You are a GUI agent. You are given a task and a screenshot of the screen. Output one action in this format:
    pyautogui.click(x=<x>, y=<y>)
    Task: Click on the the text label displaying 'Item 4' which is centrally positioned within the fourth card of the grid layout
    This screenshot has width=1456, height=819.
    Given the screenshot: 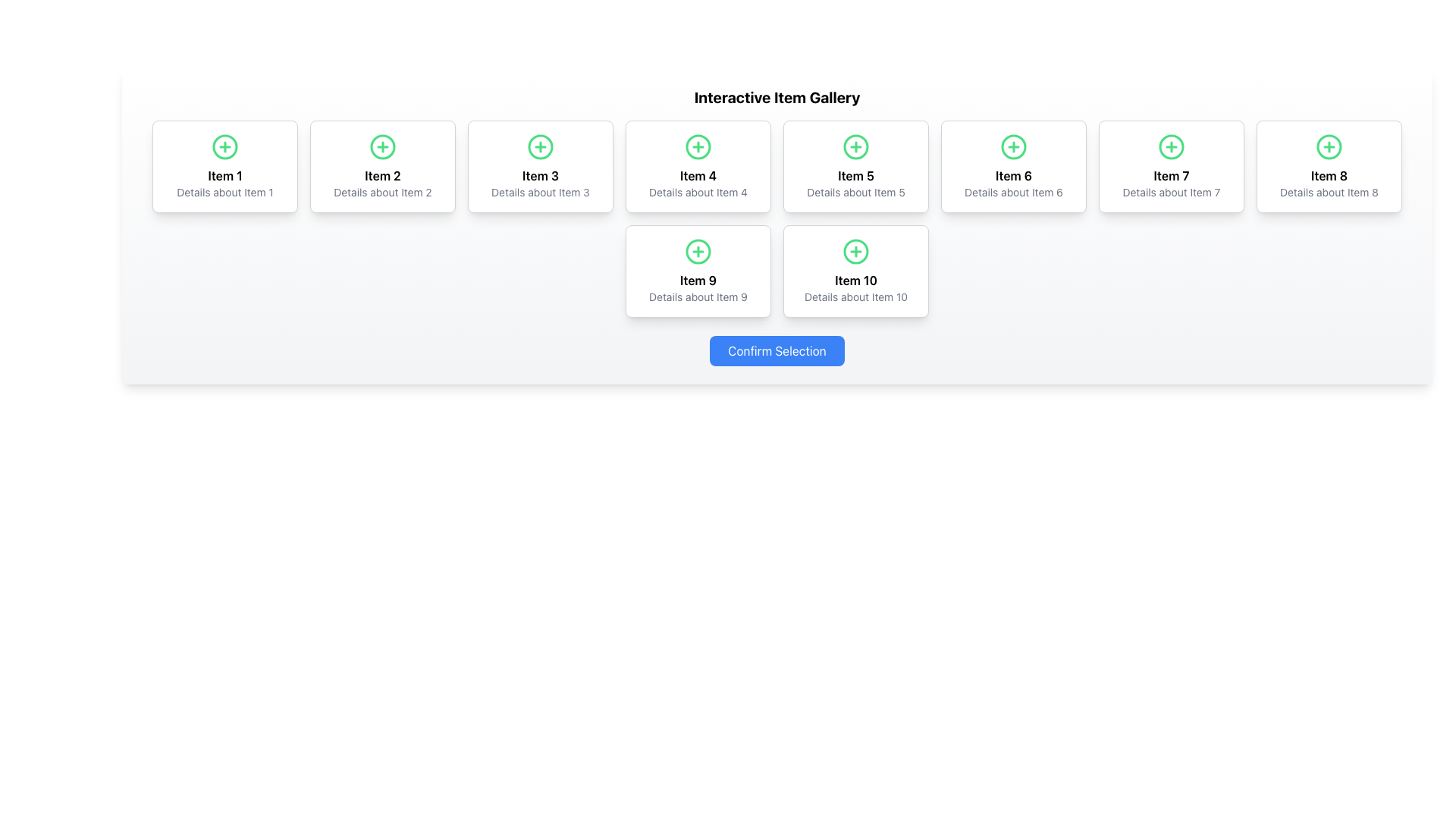 What is the action you would take?
    pyautogui.click(x=698, y=174)
    